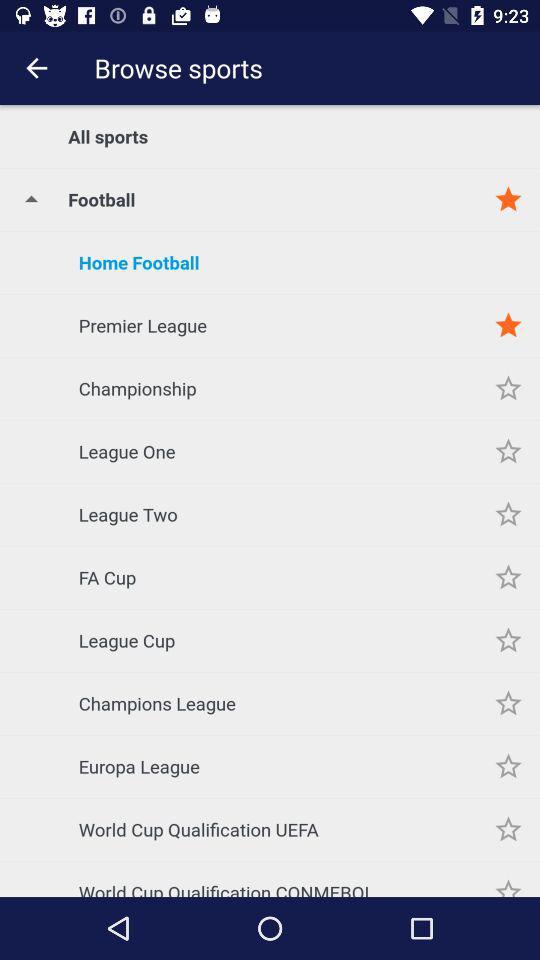 The height and width of the screenshot is (960, 540). Describe the element at coordinates (508, 639) in the screenshot. I see `option` at that location.